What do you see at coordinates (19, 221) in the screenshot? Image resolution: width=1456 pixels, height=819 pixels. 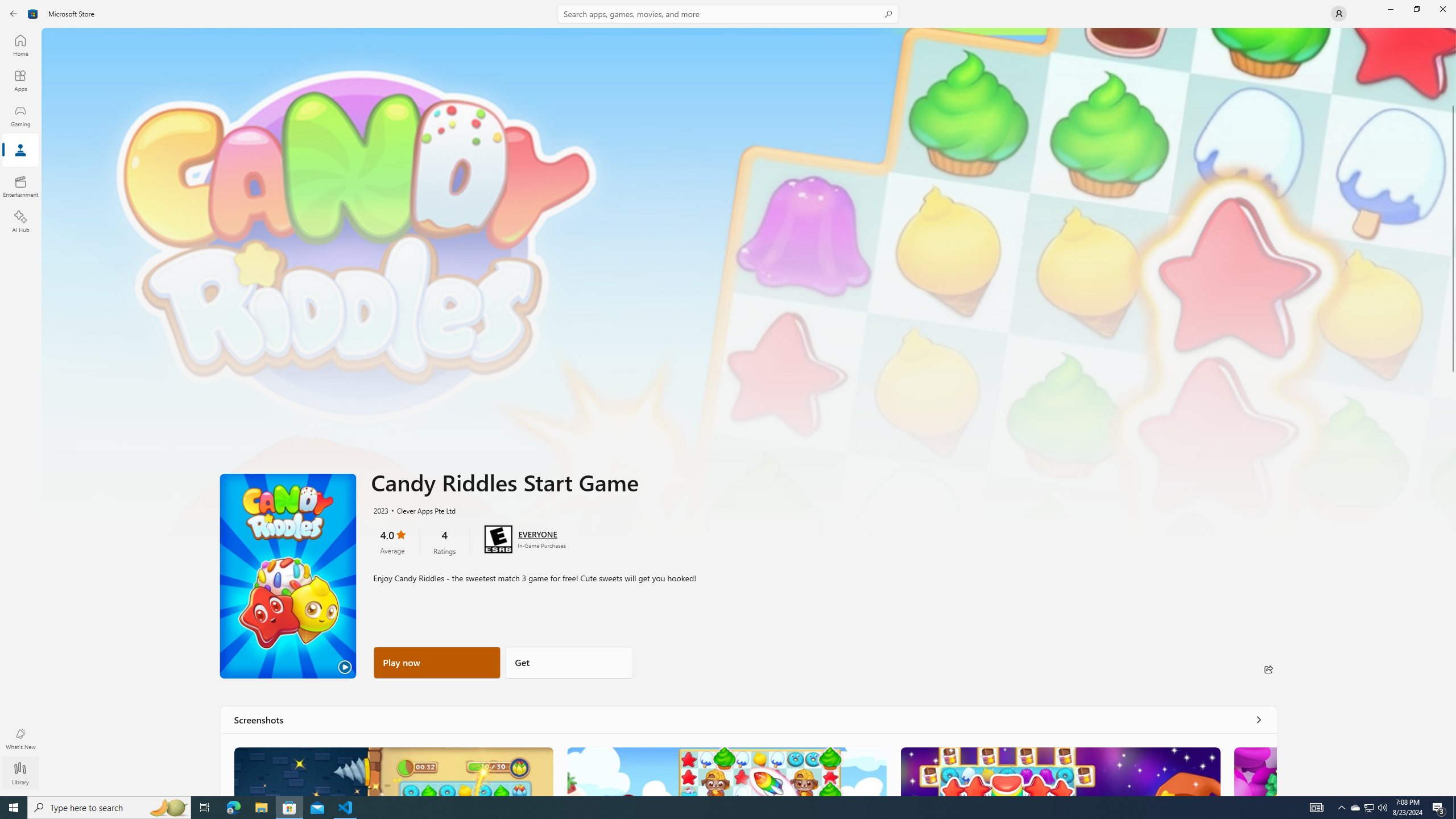 I see `'AI Hub'` at bounding box center [19, 221].